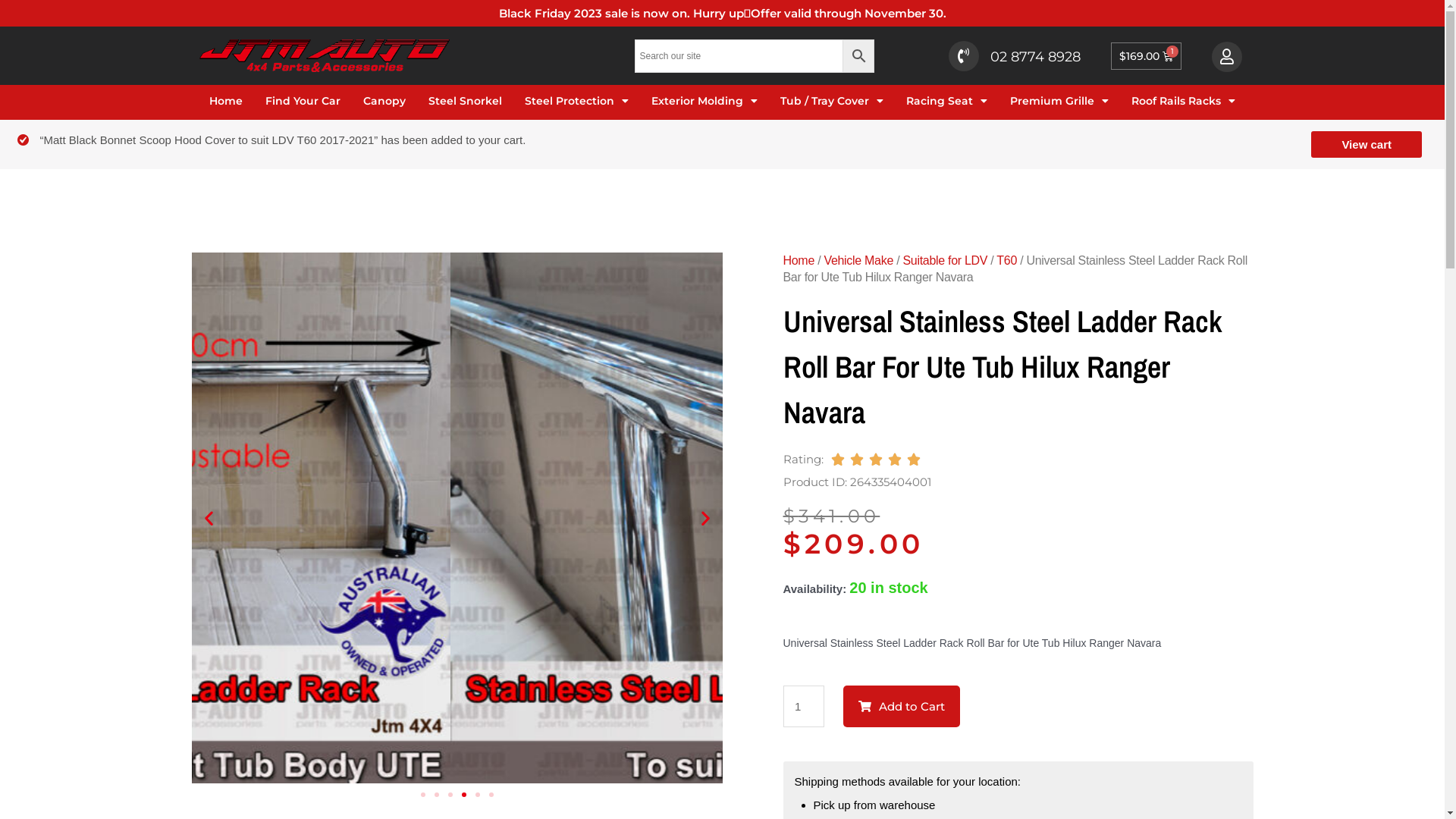  Describe the element at coordinates (906, 101) in the screenshot. I see `'Racing Seat'` at that location.